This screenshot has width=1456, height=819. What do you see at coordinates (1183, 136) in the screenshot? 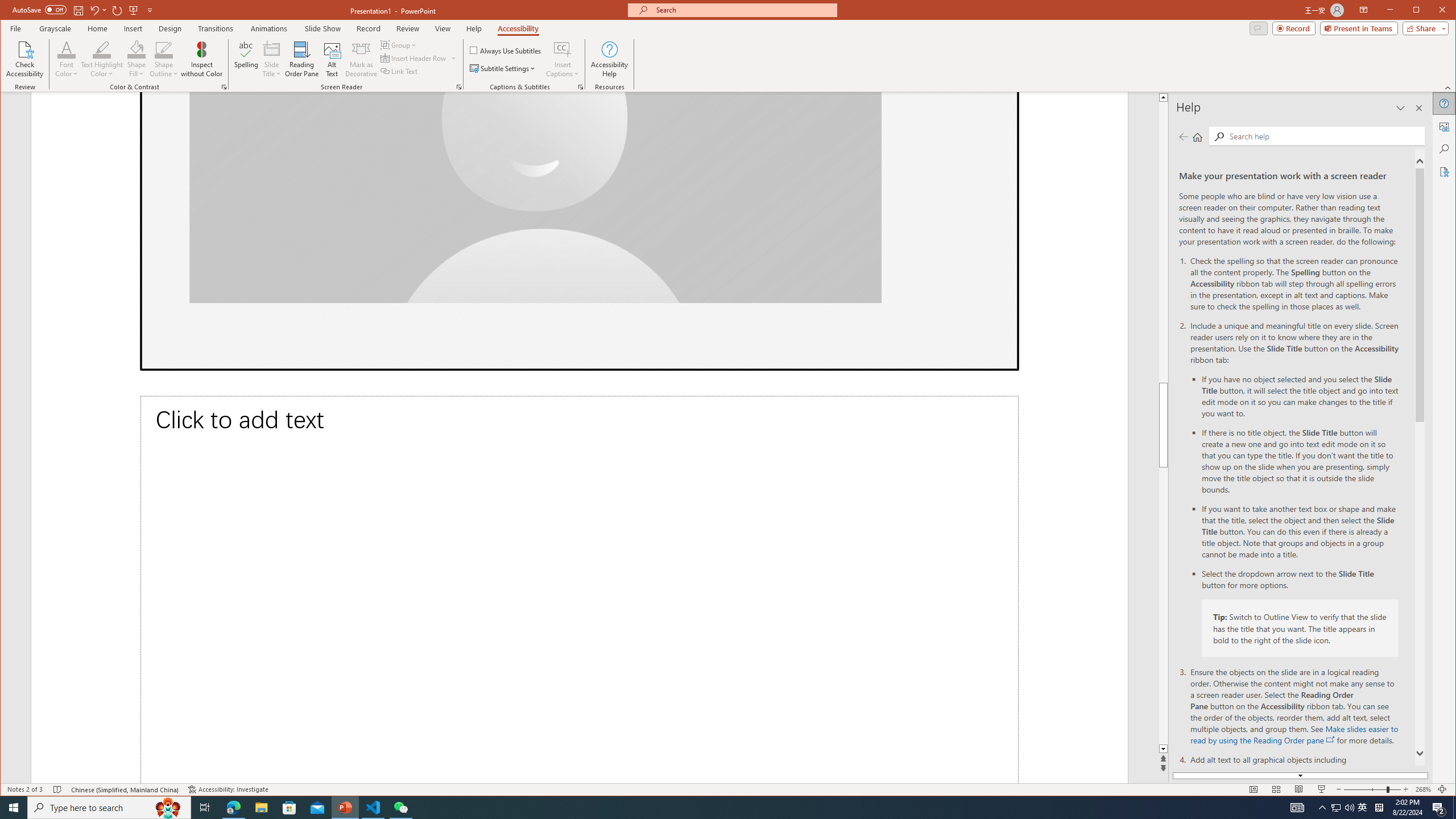
I see `'Previous page'` at bounding box center [1183, 136].